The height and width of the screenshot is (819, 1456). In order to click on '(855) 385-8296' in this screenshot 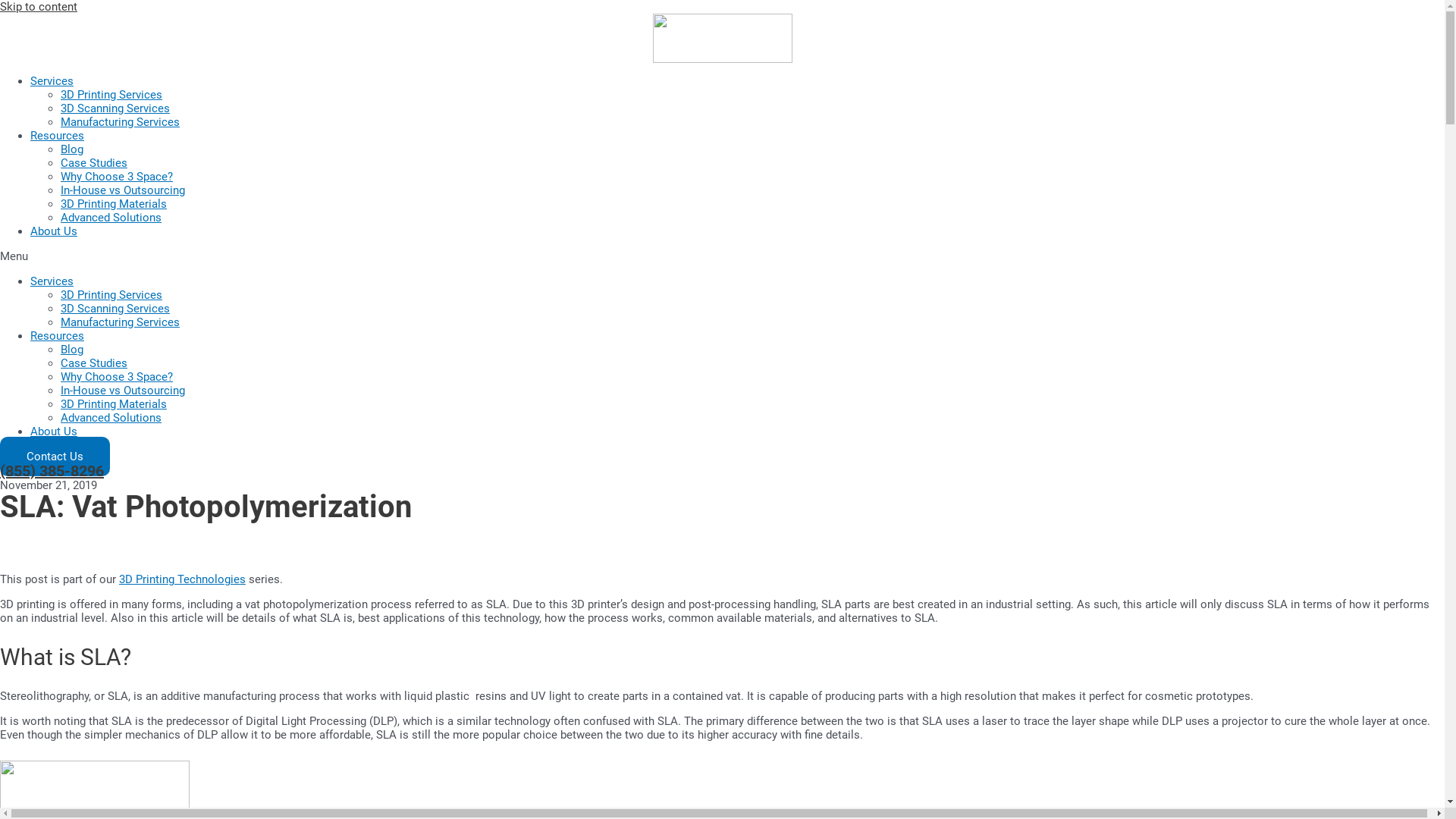, I will do `click(0, 470)`.